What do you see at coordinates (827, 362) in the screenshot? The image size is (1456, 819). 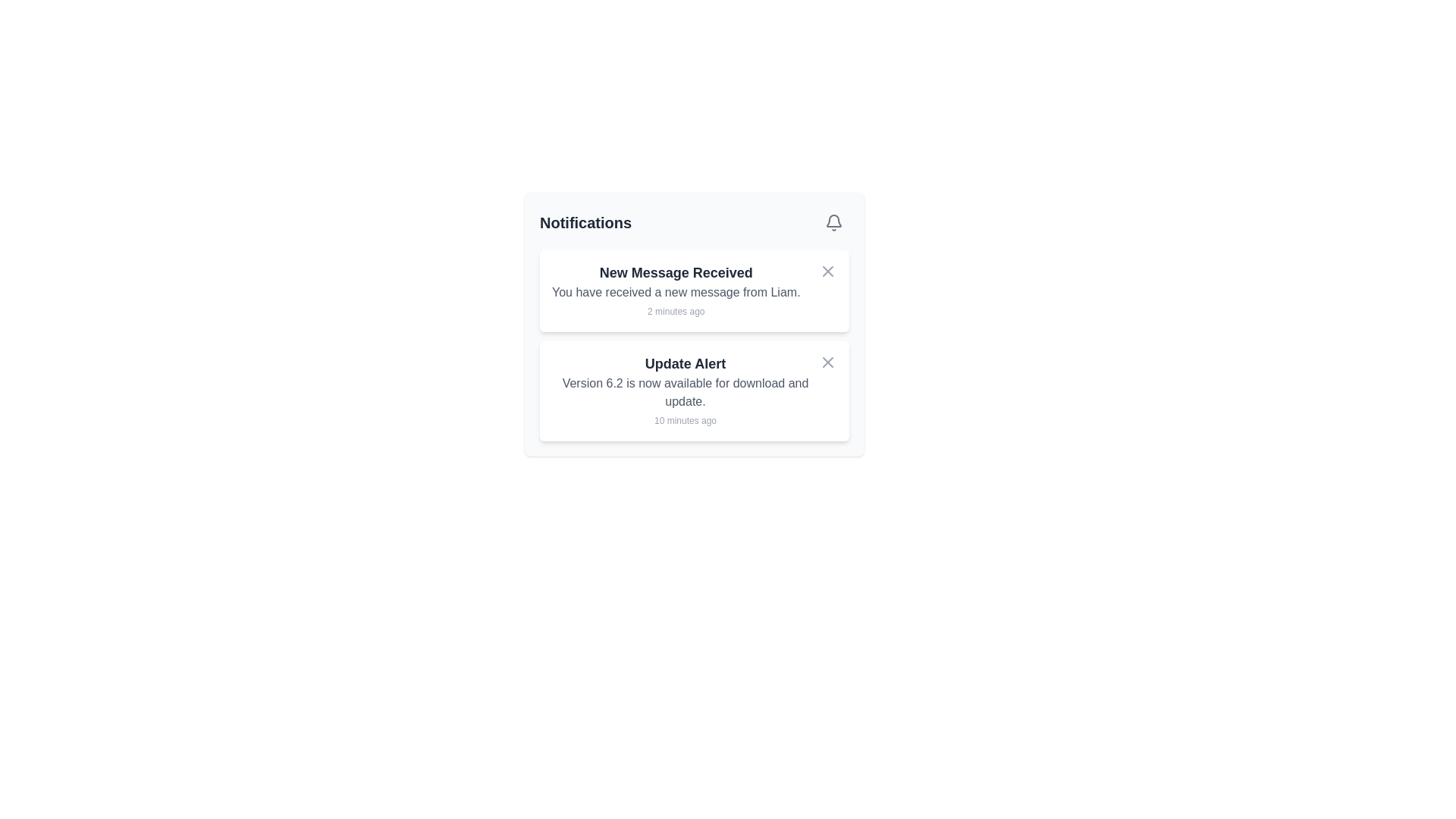 I see `the close icon located in the top right corner of the 'New Message Received' notification card to potentially display a tooltip` at bounding box center [827, 362].